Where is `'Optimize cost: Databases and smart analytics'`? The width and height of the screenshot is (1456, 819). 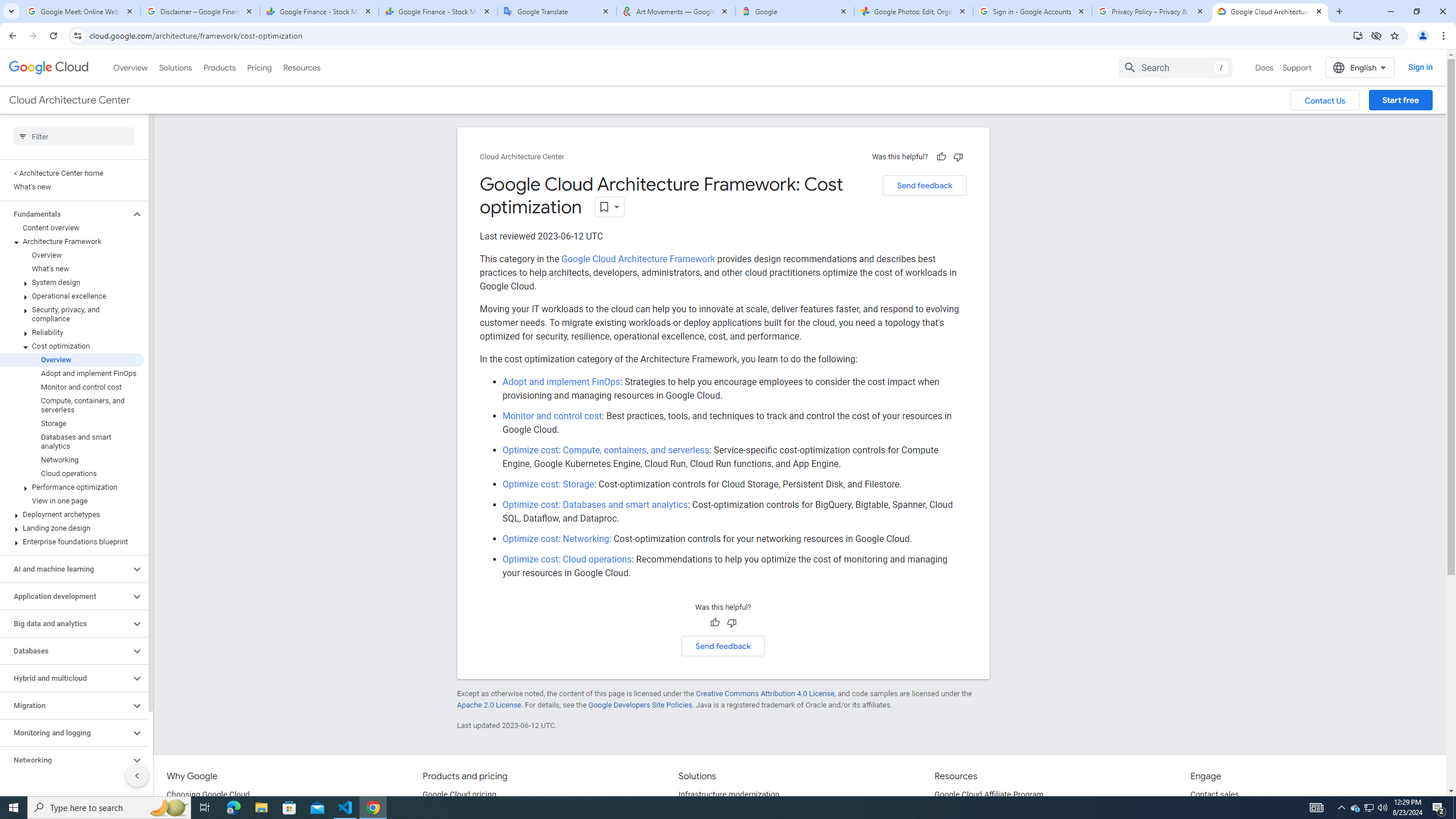
'Optimize cost: Databases and smart analytics' is located at coordinates (595, 504).